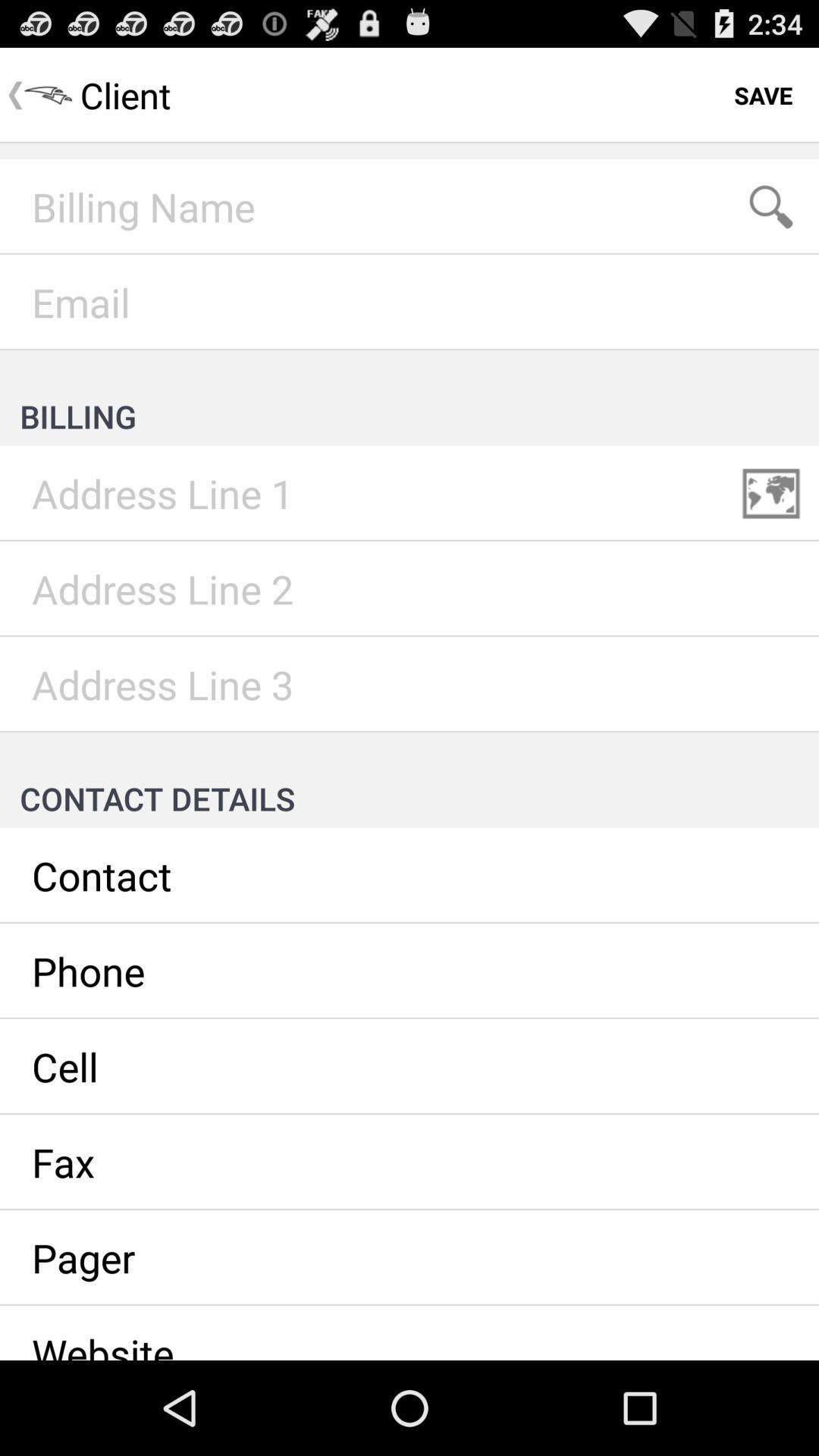 The image size is (819, 1456). Describe the element at coordinates (409, 971) in the screenshot. I see `click the phone option` at that location.